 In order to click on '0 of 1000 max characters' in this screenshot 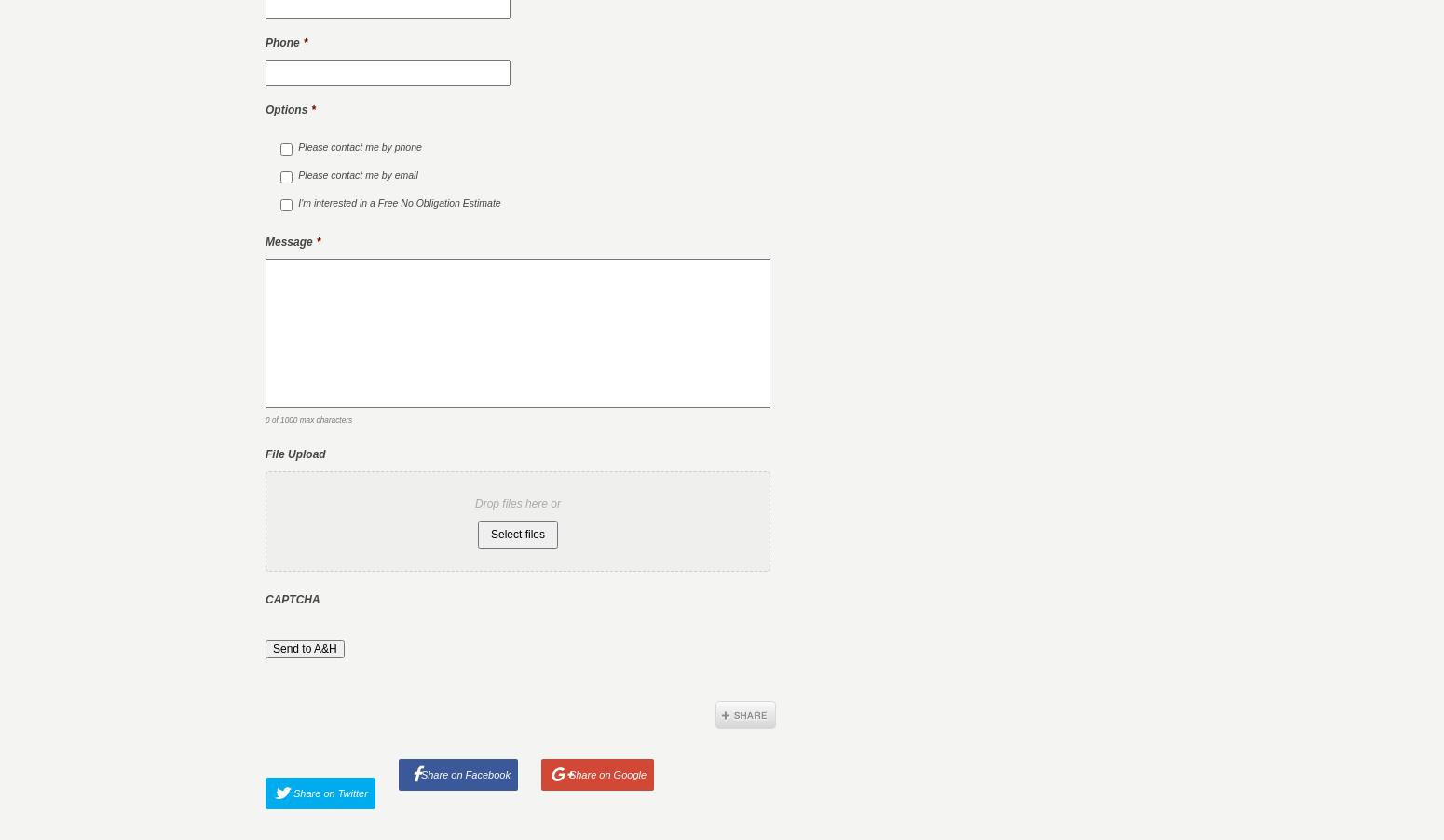, I will do `click(266, 419)`.